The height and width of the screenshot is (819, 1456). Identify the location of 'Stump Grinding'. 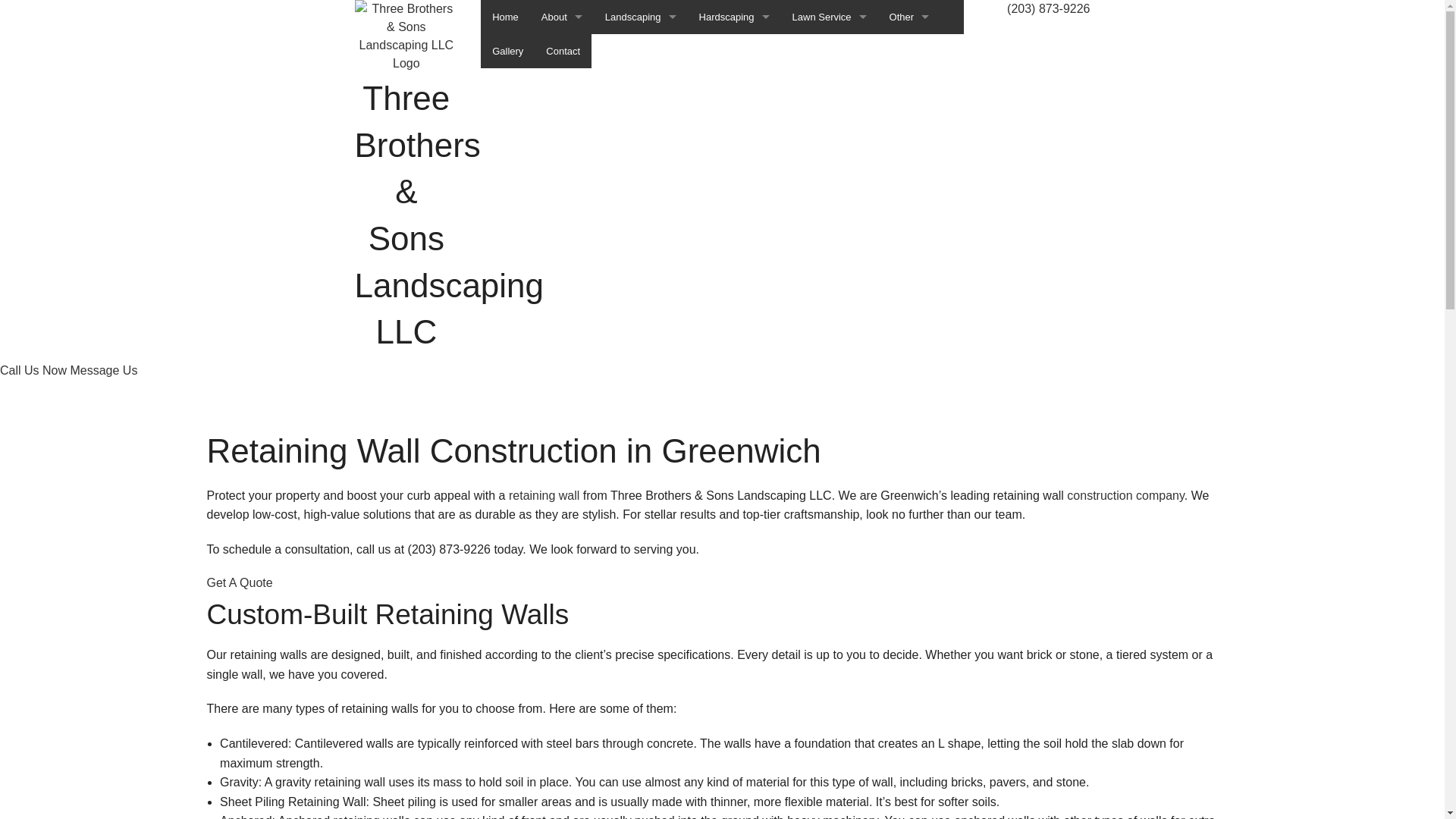
(909, 255).